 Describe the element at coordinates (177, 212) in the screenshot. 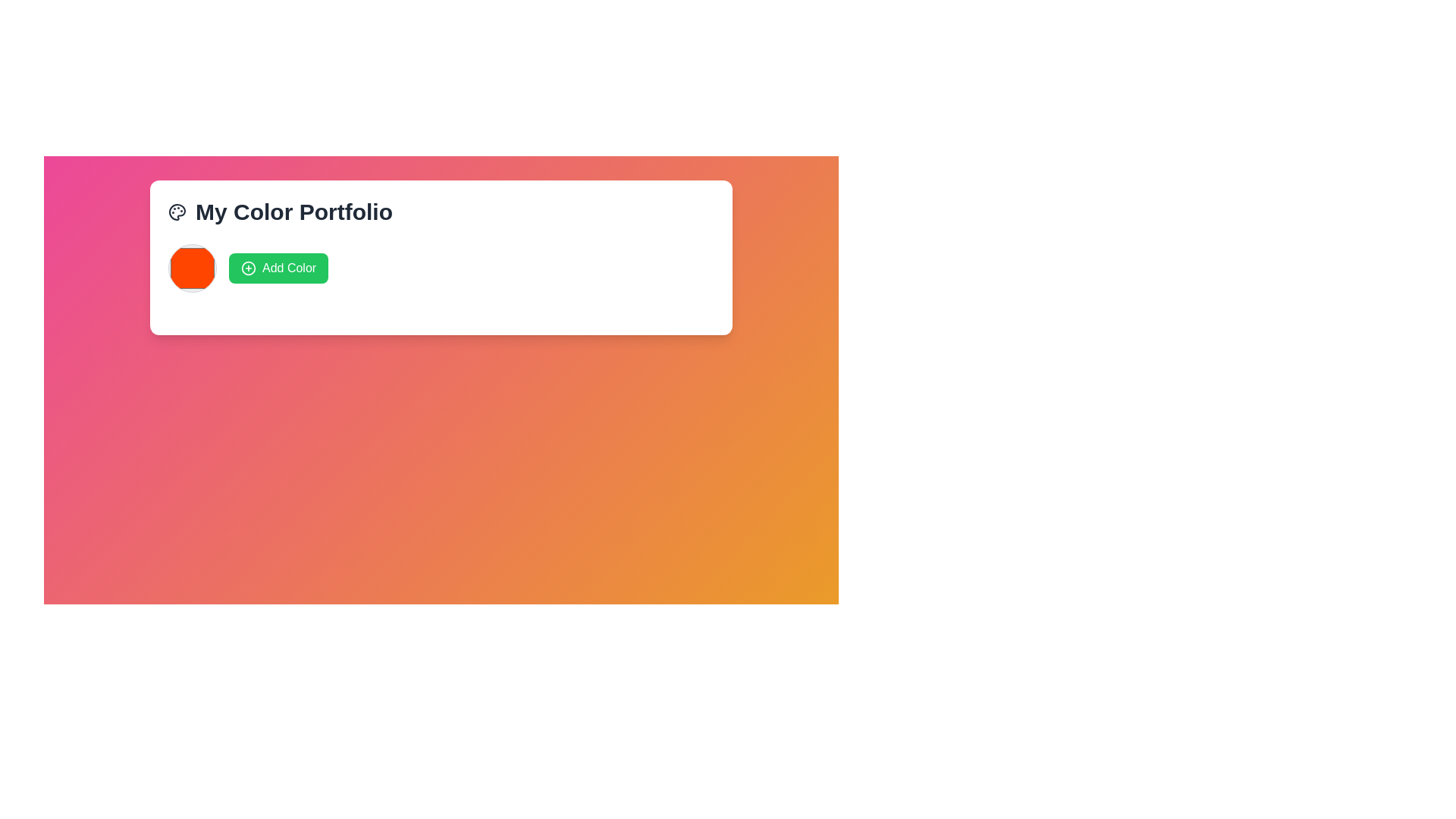

I see `the decorative SVG icon located to the left of the title text 'My Color Portfolio', which is aligned horizontally with it` at that location.